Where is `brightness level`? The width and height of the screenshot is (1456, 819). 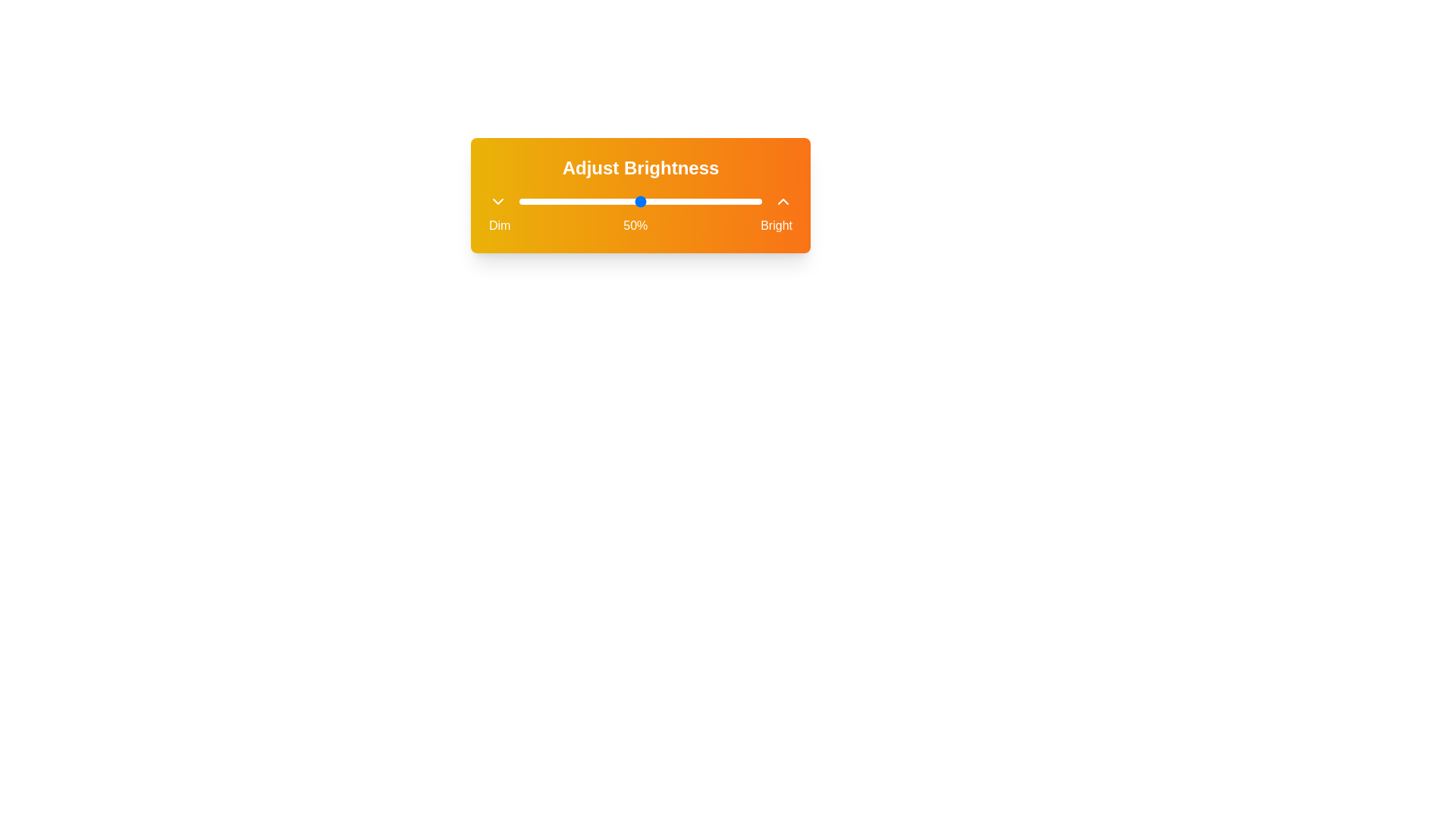 brightness level is located at coordinates (671, 201).